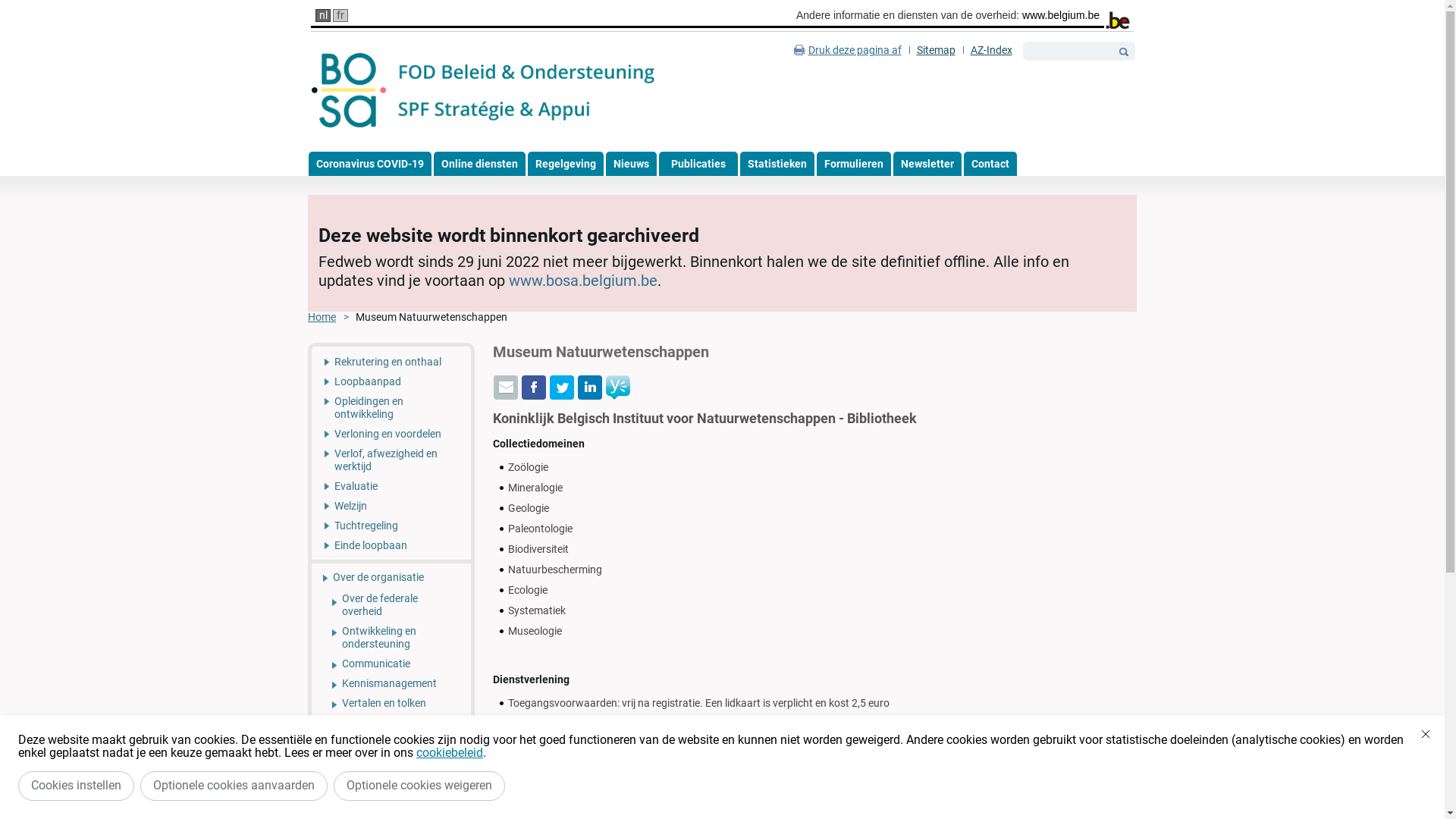  Describe the element at coordinates (846, 49) in the screenshot. I see `'Druk deze pagina af'` at that location.